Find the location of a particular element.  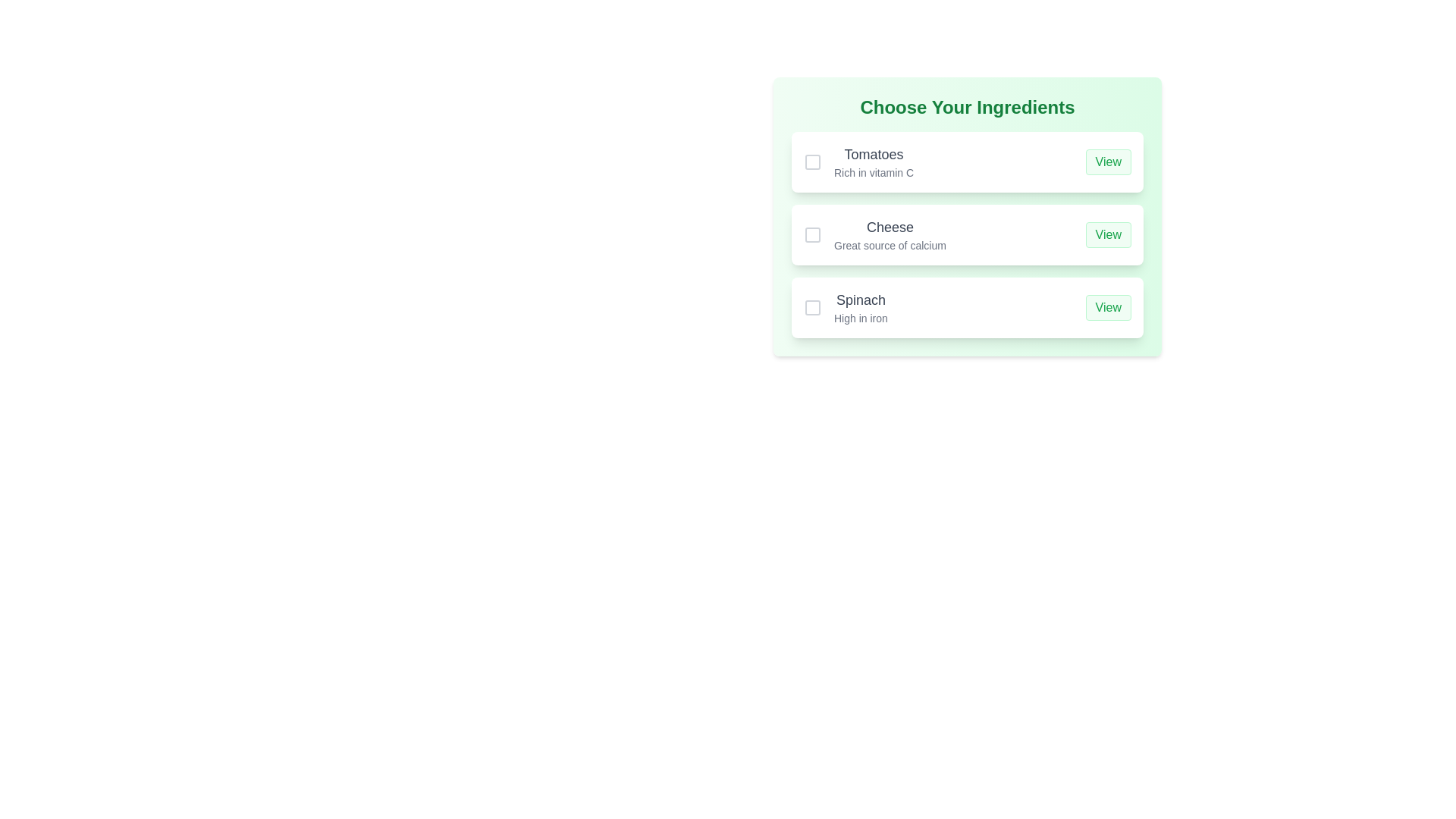

the text element that reads 'Rich in vitamin C', which is styled in a small font size and light gray color, located directly below the 'Tomatoes' label in the 'Choose Your Ingredients' section is located at coordinates (874, 171).